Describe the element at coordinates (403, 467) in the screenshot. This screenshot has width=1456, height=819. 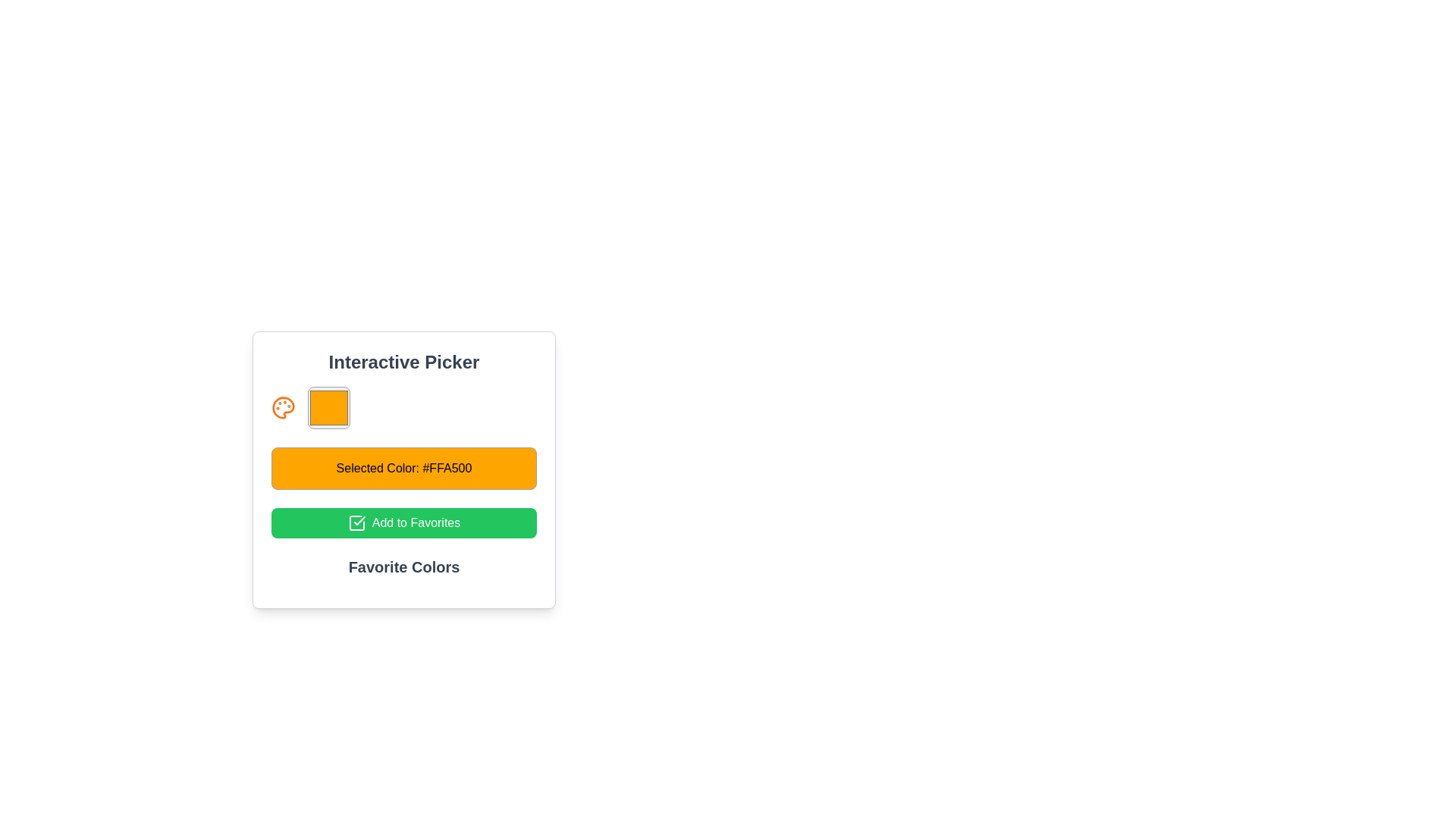
I see `the orange button-like label displaying 'Selected Color: #FFA500' which is centered below the color picker and above the 'Add to Favorites' button` at that location.